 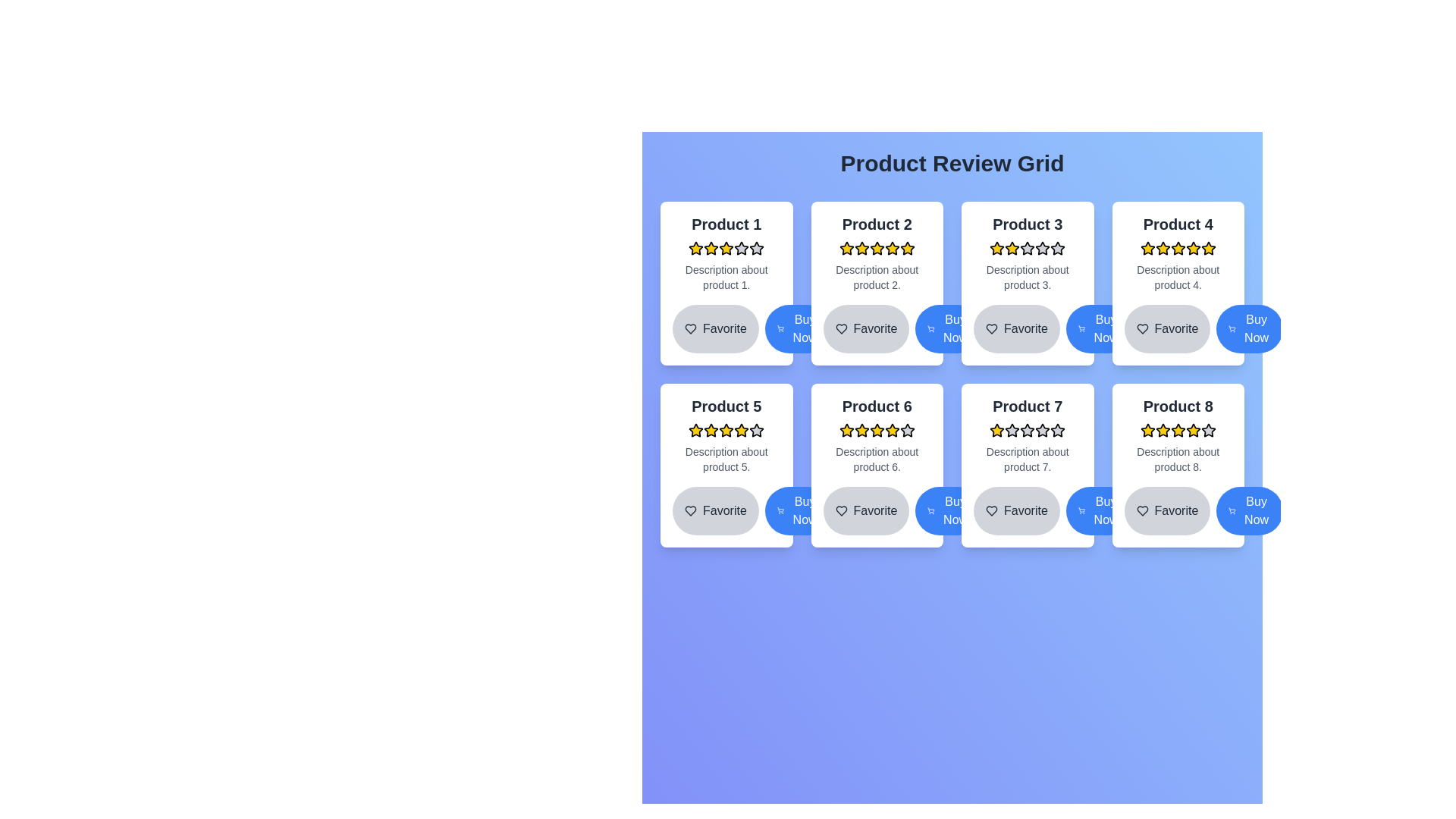 What do you see at coordinates (742, 247) in the screenshot?
I see `the fifth star icon in the 5-star rating component of 'Product 1'` at bounding box center [742, 247].